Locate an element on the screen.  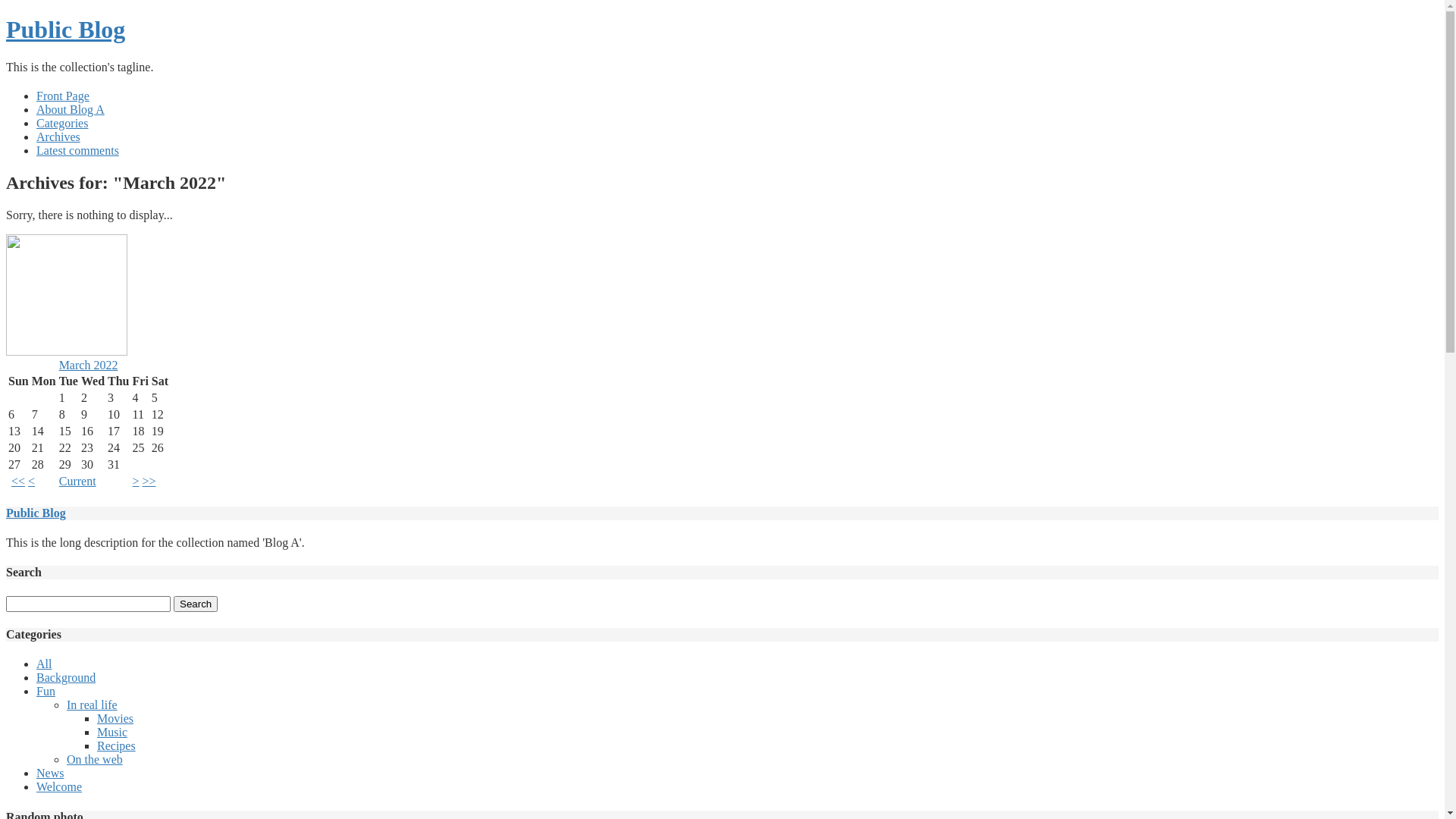
'All' is located at coordinates (43, 663).